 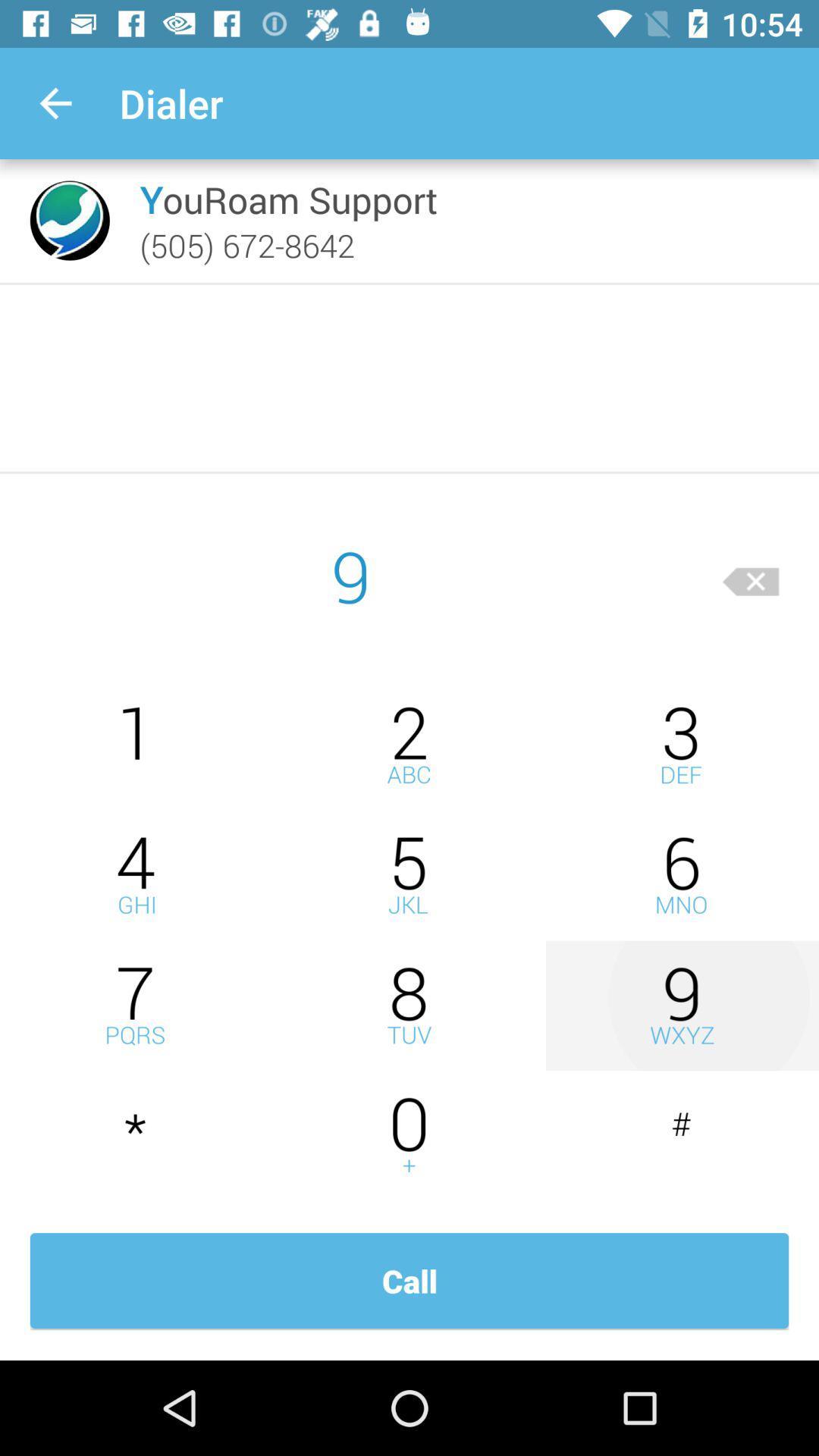 What do you see at coordinates (136, 875) in the screenshot?
I see `number 4` at bounding box center [136, 875].